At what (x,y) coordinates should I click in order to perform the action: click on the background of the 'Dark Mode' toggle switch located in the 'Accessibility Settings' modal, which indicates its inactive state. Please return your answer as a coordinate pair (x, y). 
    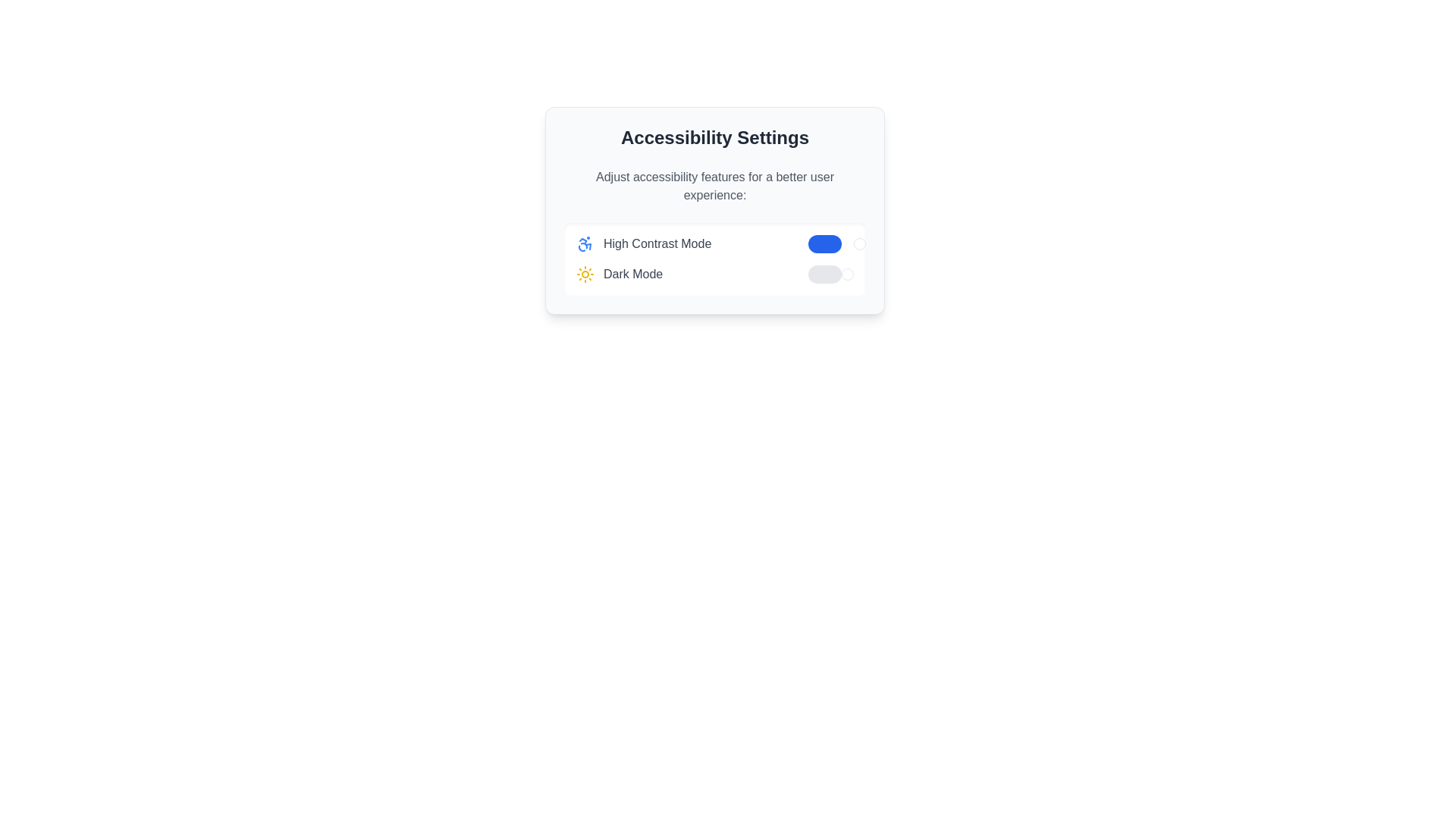
    Looking at the image, I should click on (824, 275).